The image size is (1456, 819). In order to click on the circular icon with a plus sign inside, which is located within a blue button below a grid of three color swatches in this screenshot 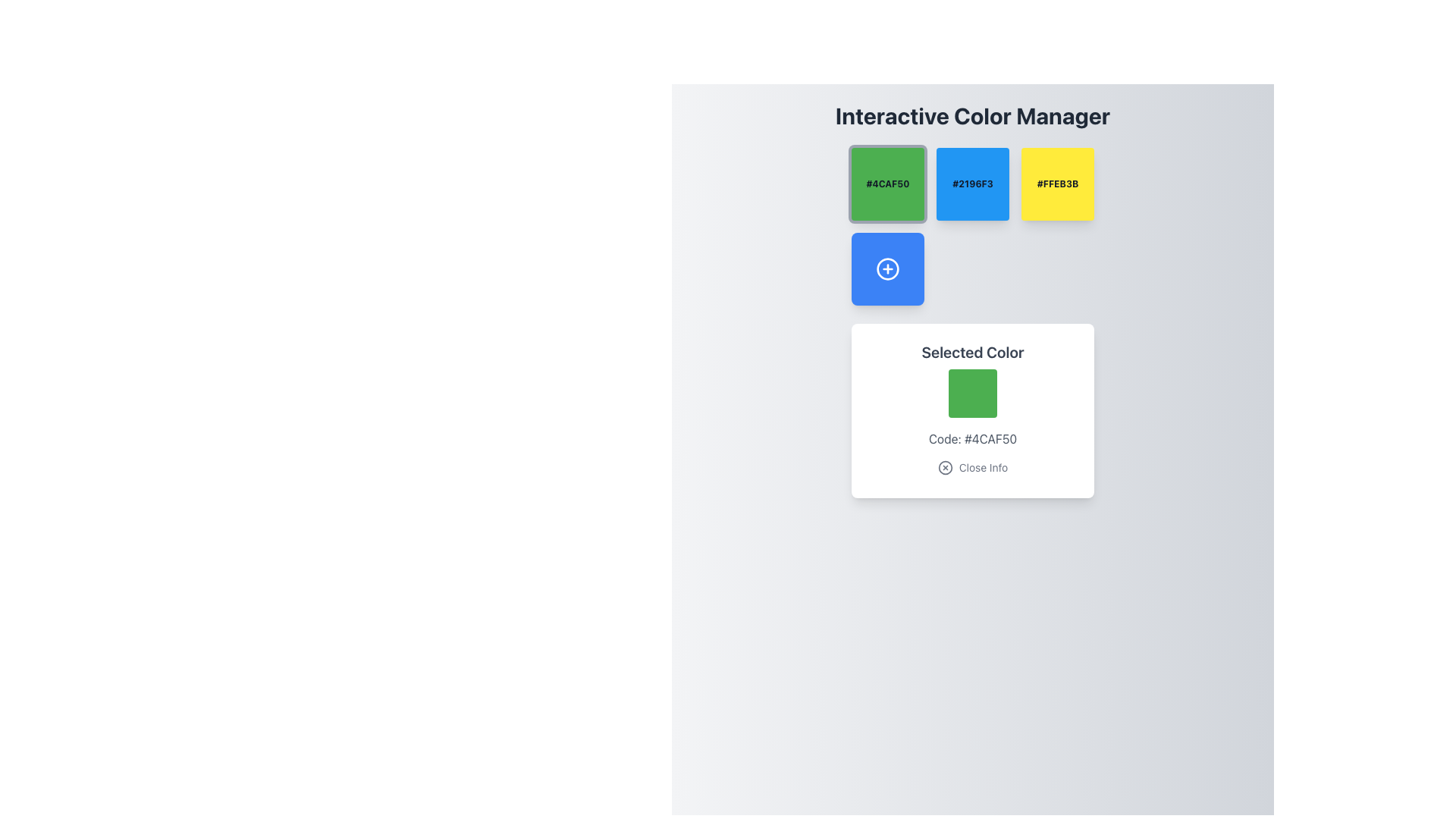, I will do `click(888, 268)`.